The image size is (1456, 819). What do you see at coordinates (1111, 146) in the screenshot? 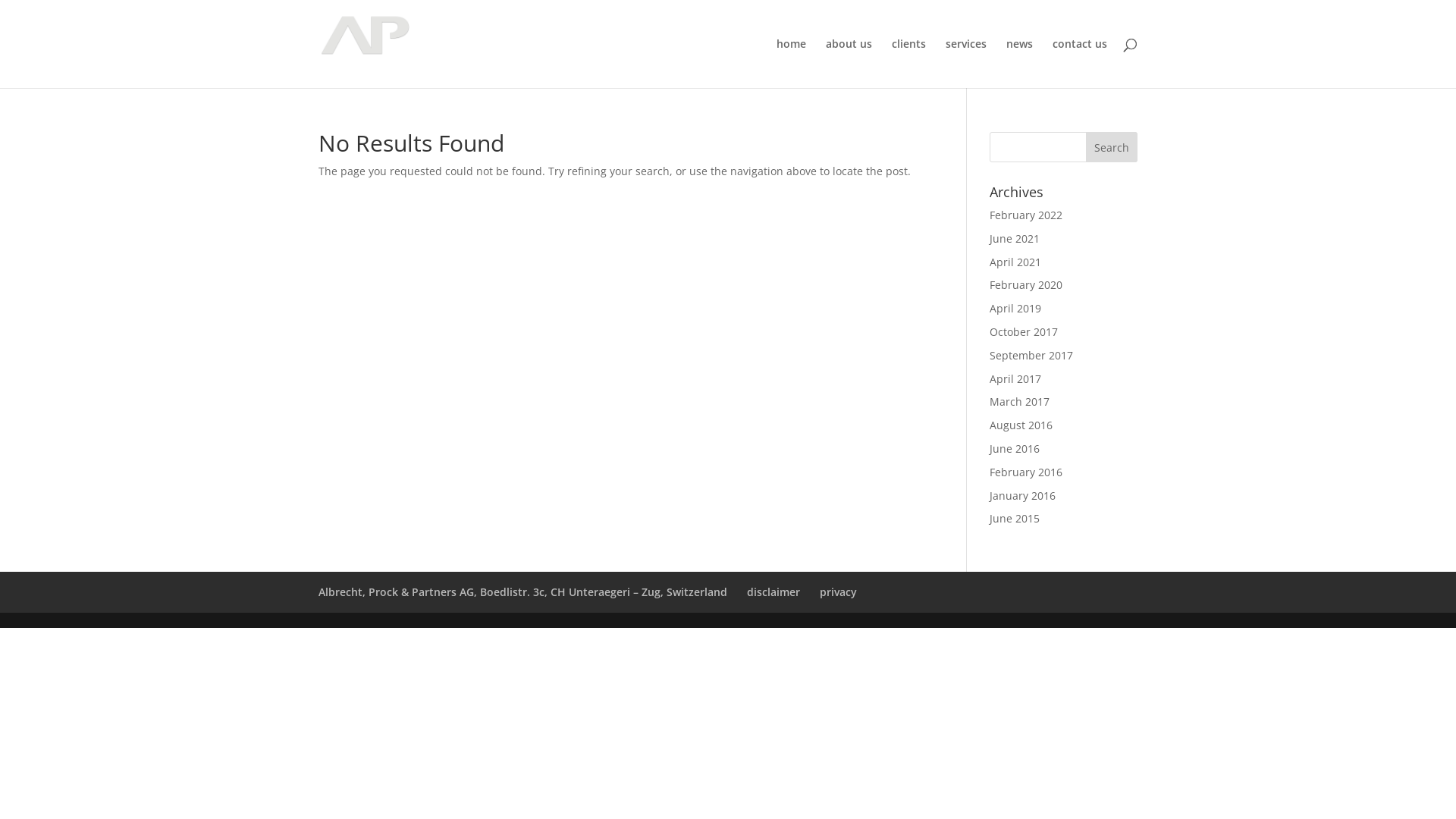
I see `'Search'` at bounding box center [1111, 146].